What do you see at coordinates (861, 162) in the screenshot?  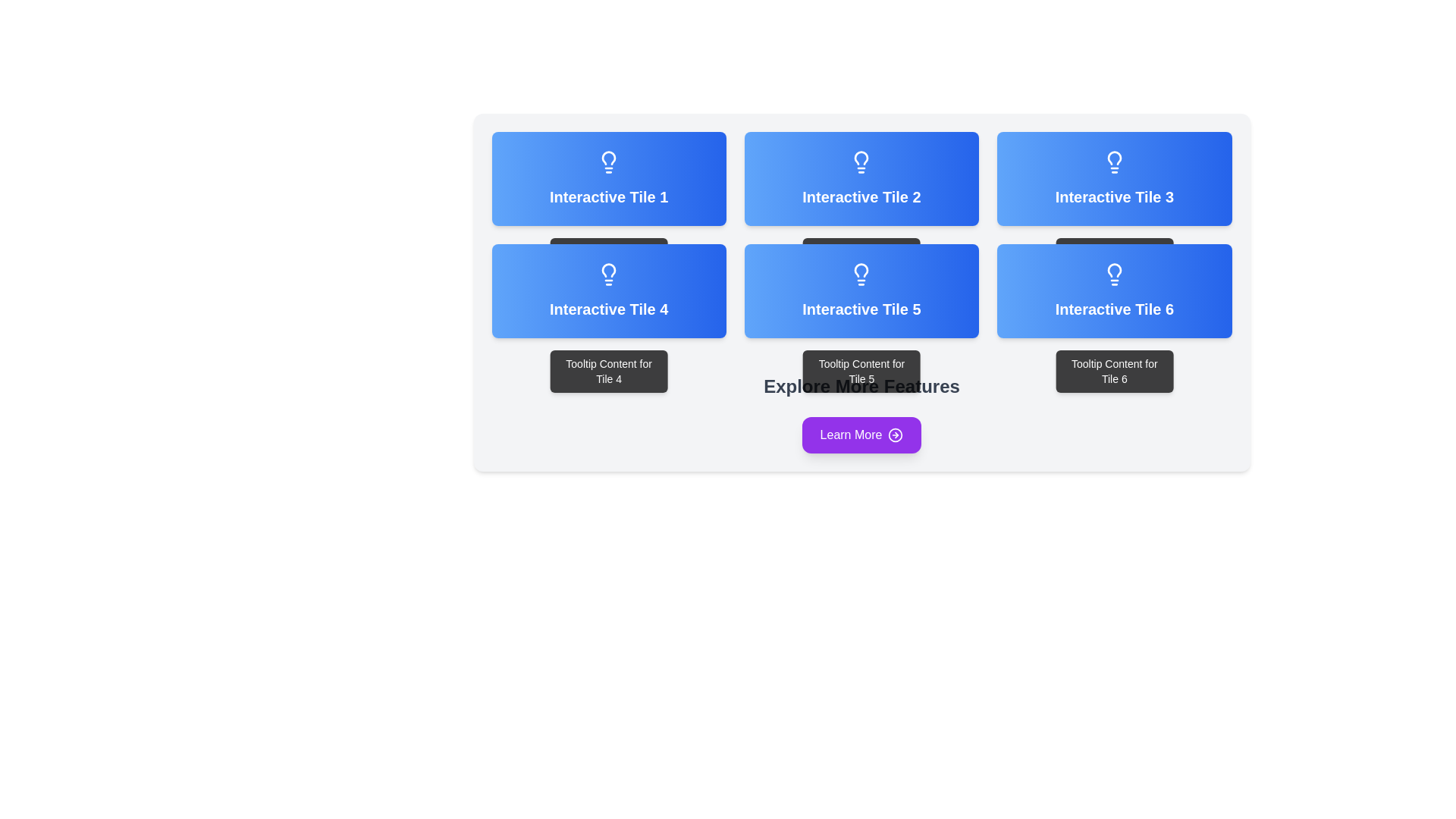 I see `the lightbulb icon located at the center-top of the blue interactive tile labeled 'Interactive Tile 2'` at bounding box center [861, 162].